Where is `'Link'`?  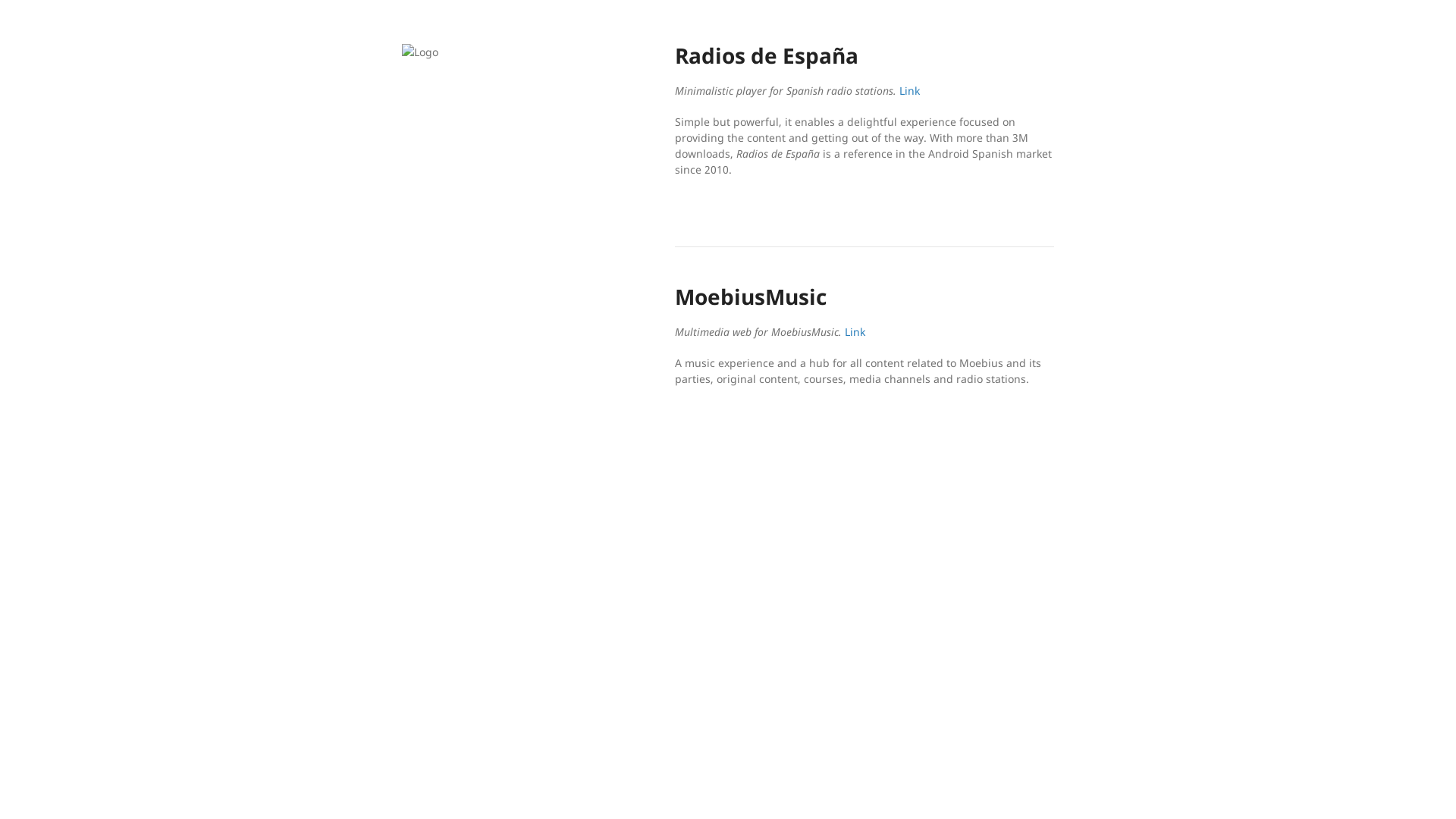 'Link' is located at coordinates (909, 90).